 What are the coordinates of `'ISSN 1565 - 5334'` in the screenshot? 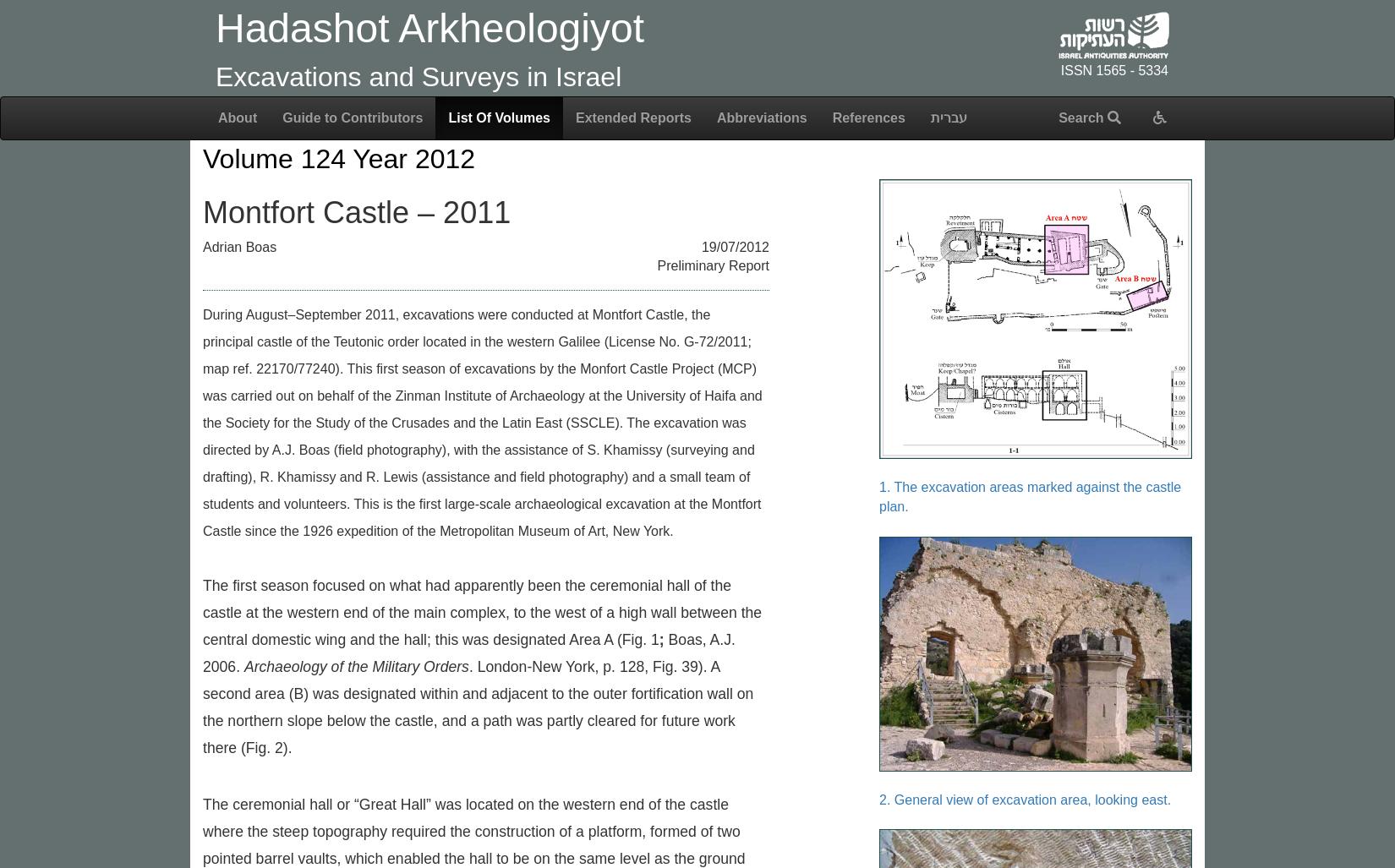 It's located at (1059, 69).